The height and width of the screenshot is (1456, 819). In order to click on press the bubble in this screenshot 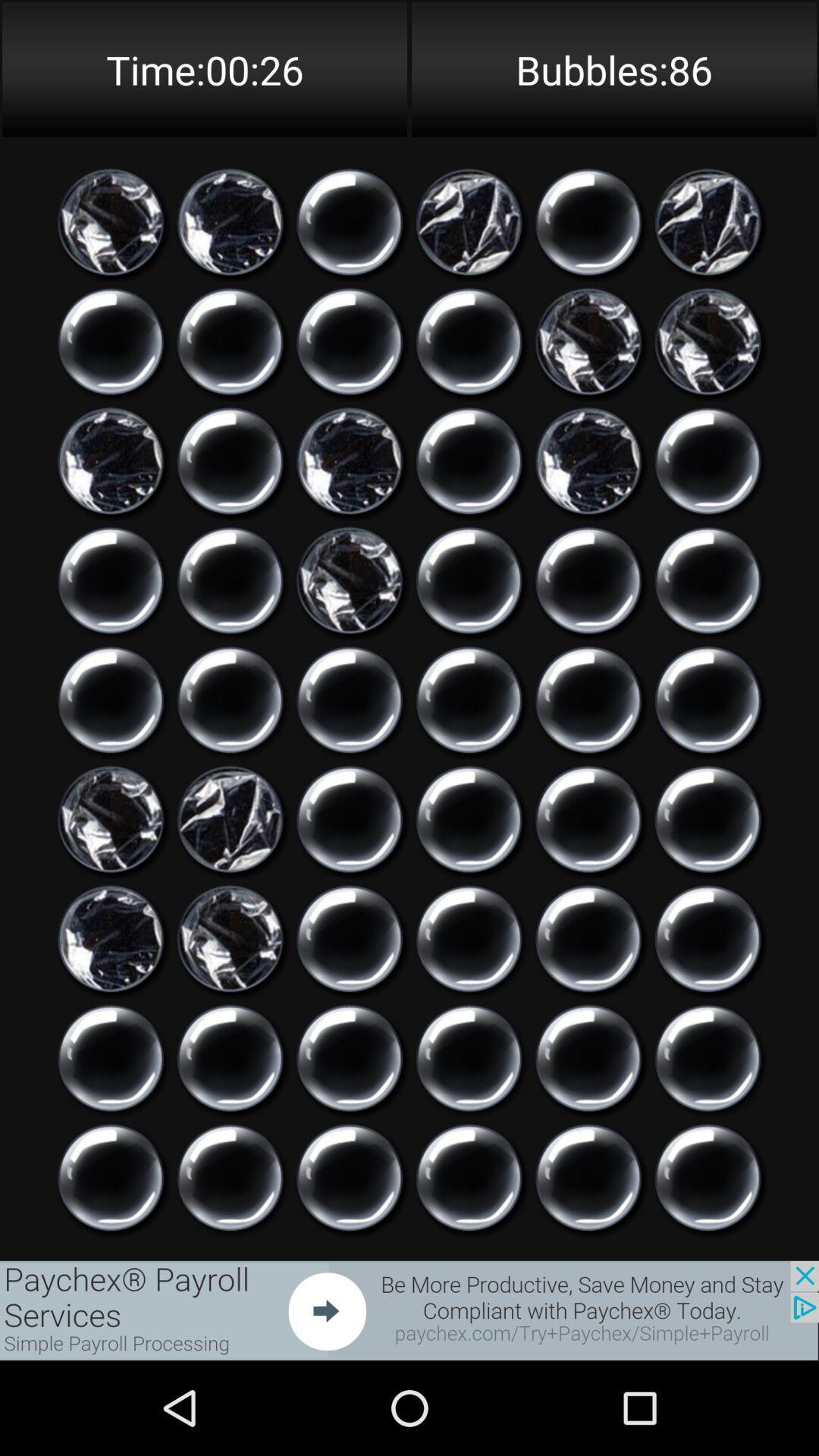, I will do `click(350, 221)`.